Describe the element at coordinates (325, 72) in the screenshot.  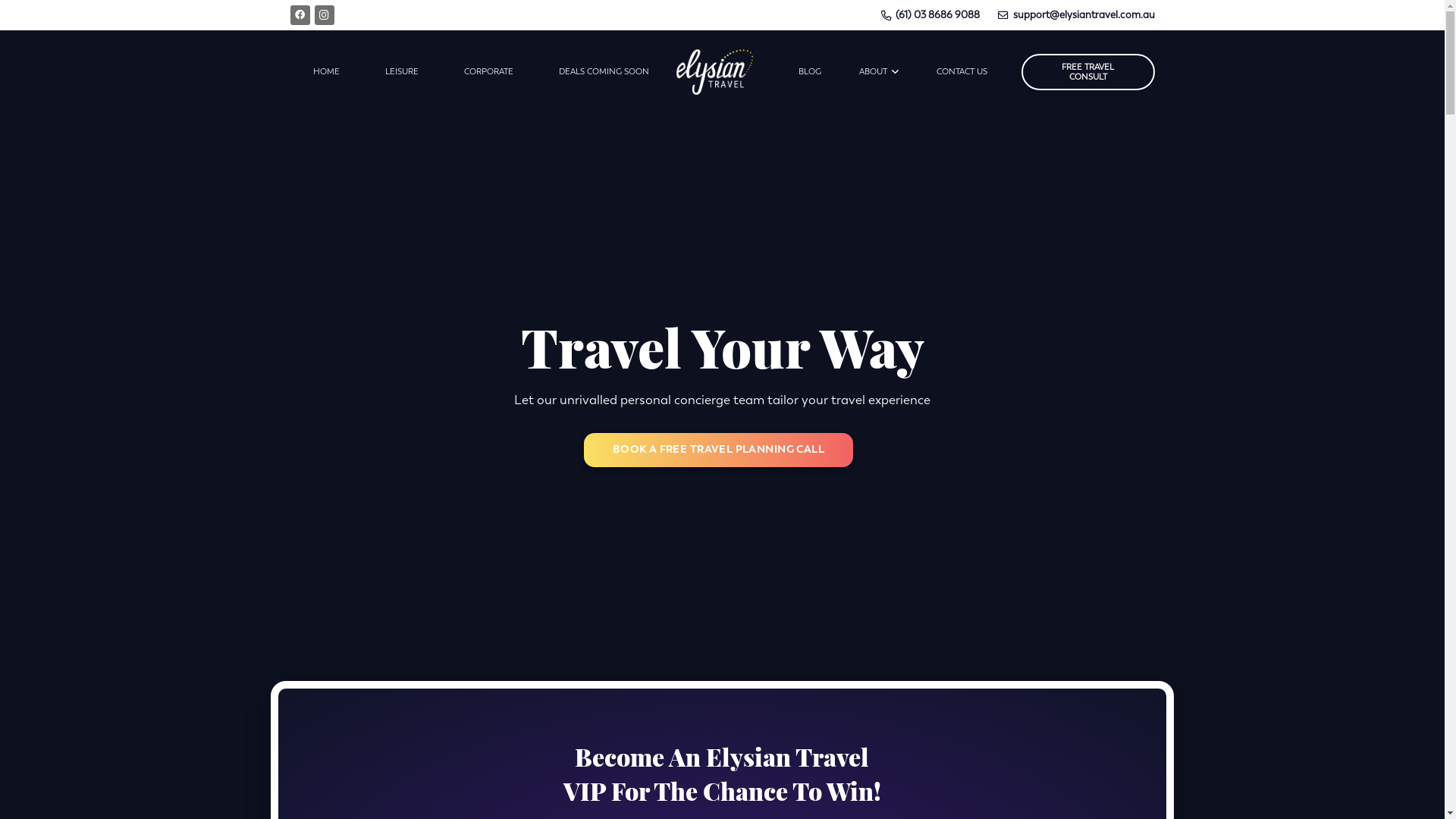
I see `'HOME'` at that location.